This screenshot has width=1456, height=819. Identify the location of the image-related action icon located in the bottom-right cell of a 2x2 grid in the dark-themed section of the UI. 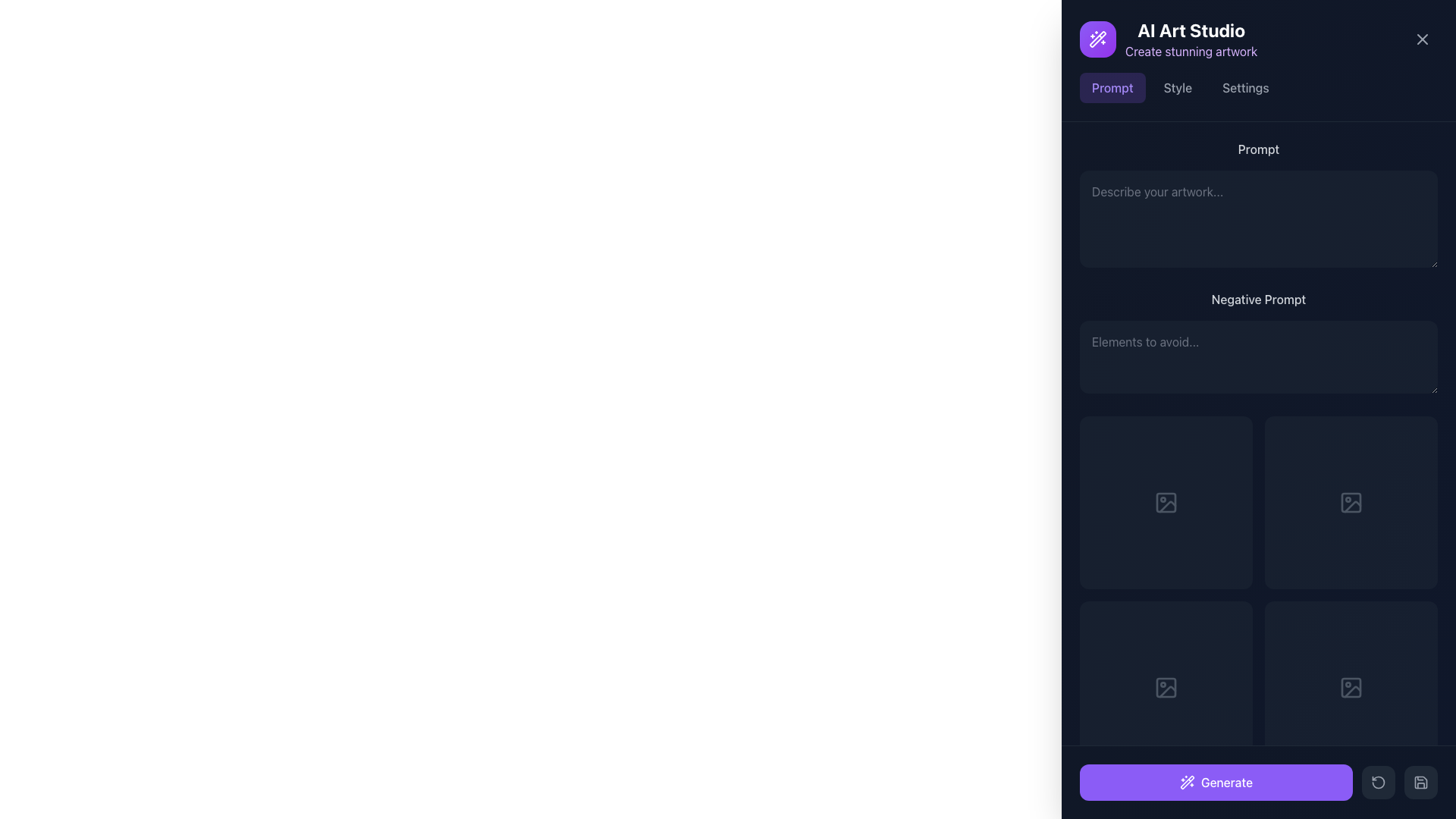
(1351, 687).